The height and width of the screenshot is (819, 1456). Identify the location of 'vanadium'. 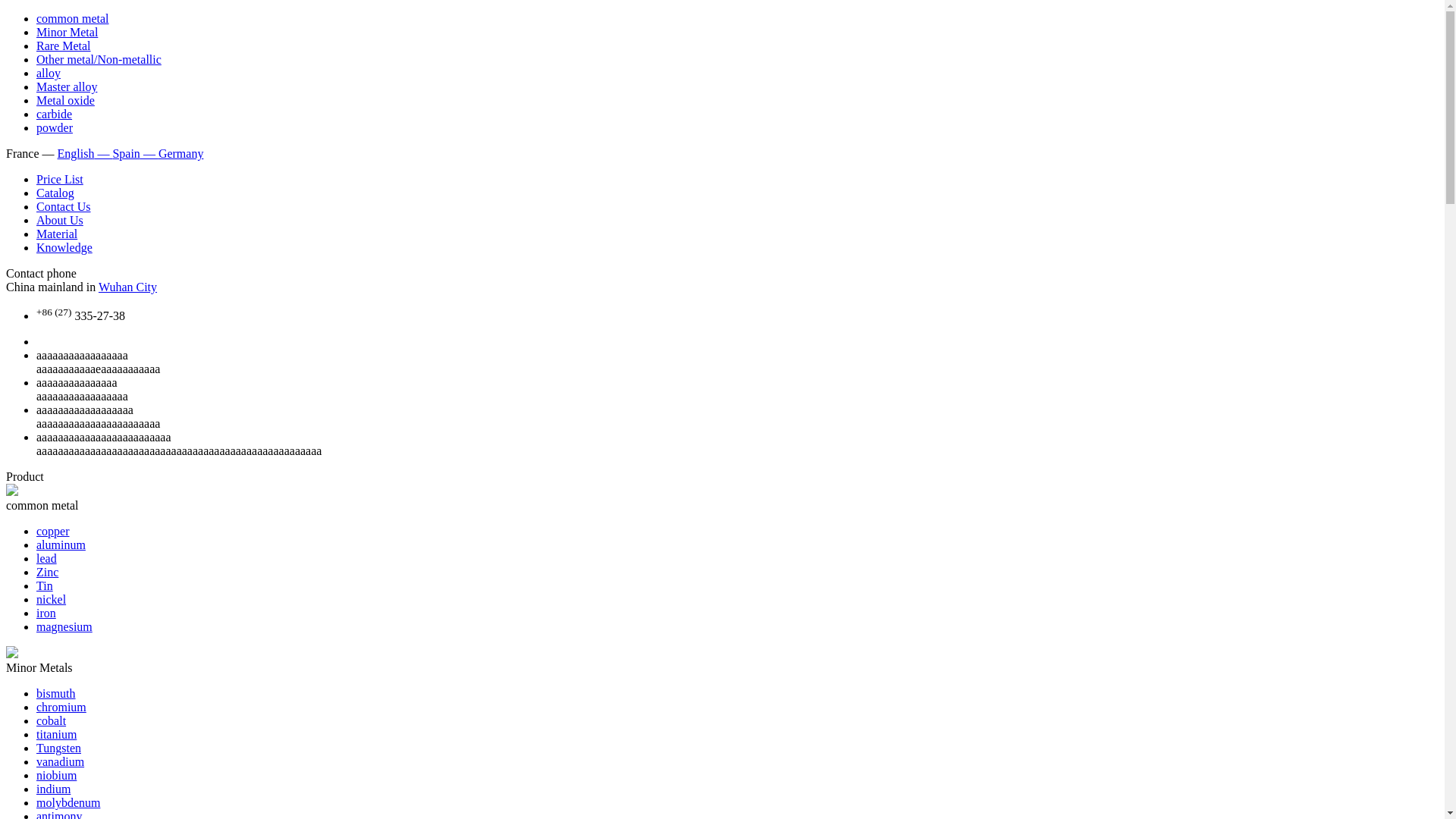
(60, 761).